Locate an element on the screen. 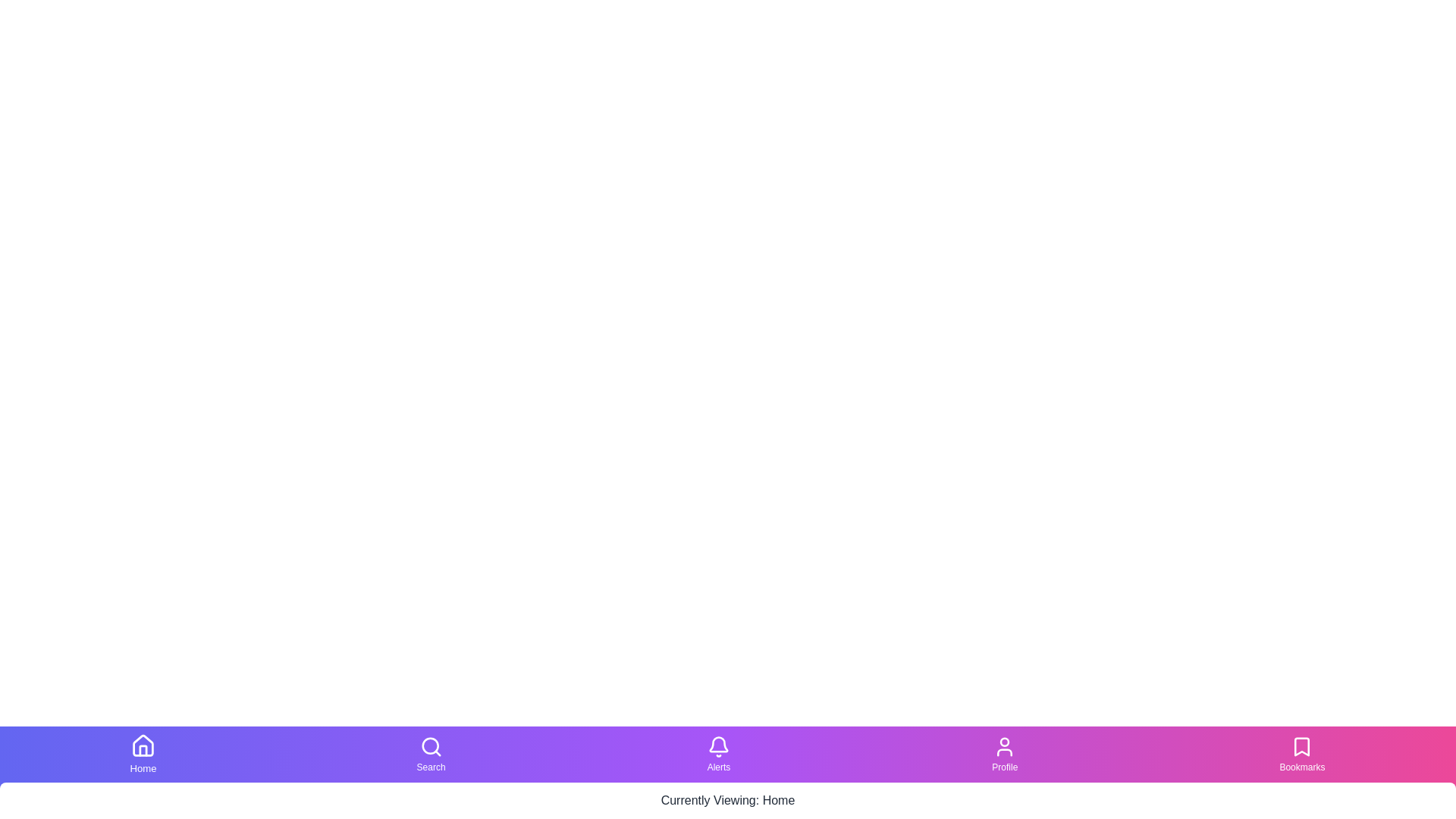 This screenshot has height=819, width=1456. the Search tab is located at coordinates (430, 755).